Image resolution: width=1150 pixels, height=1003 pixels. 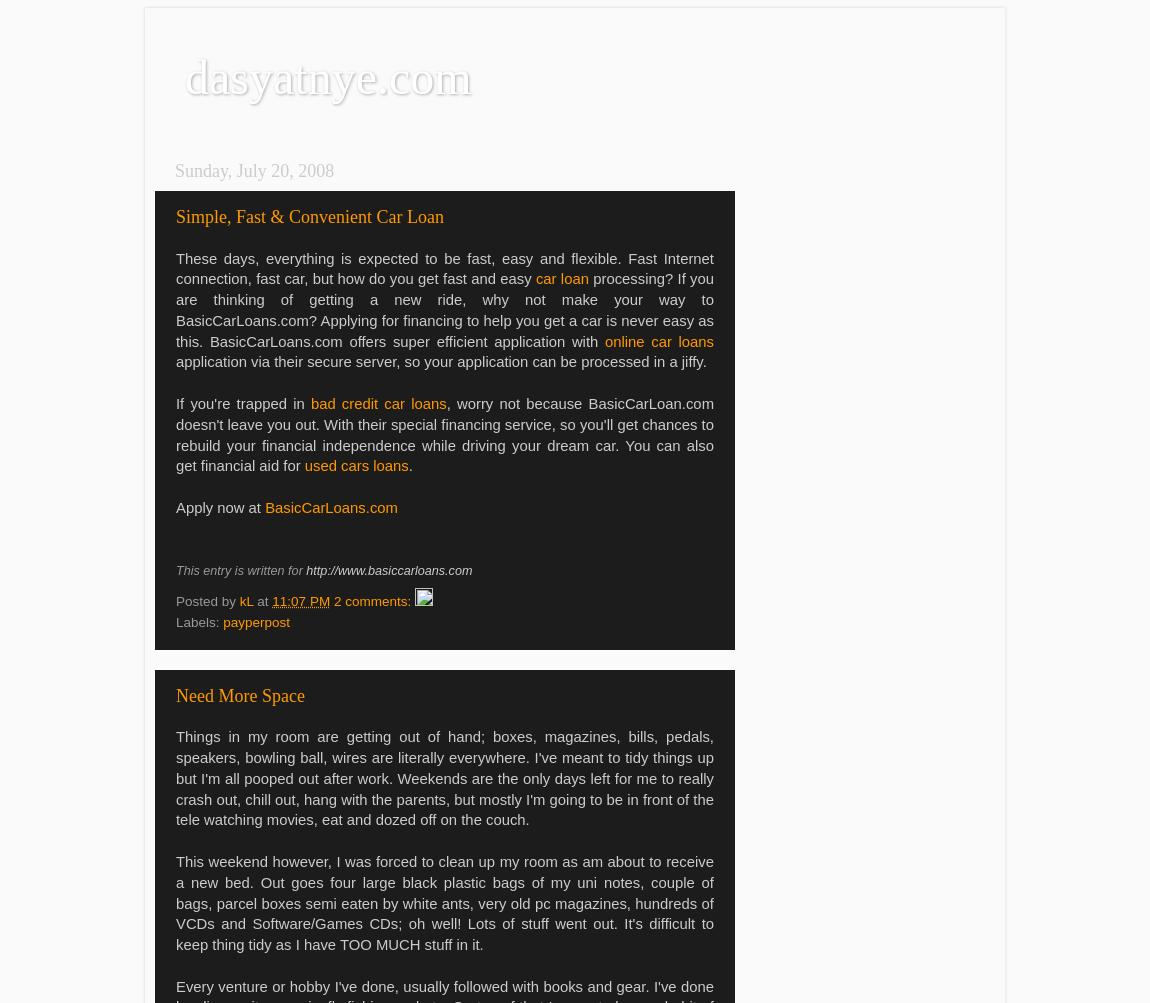 I want to click on 'and Software/Games', so click(x=291, y=922).